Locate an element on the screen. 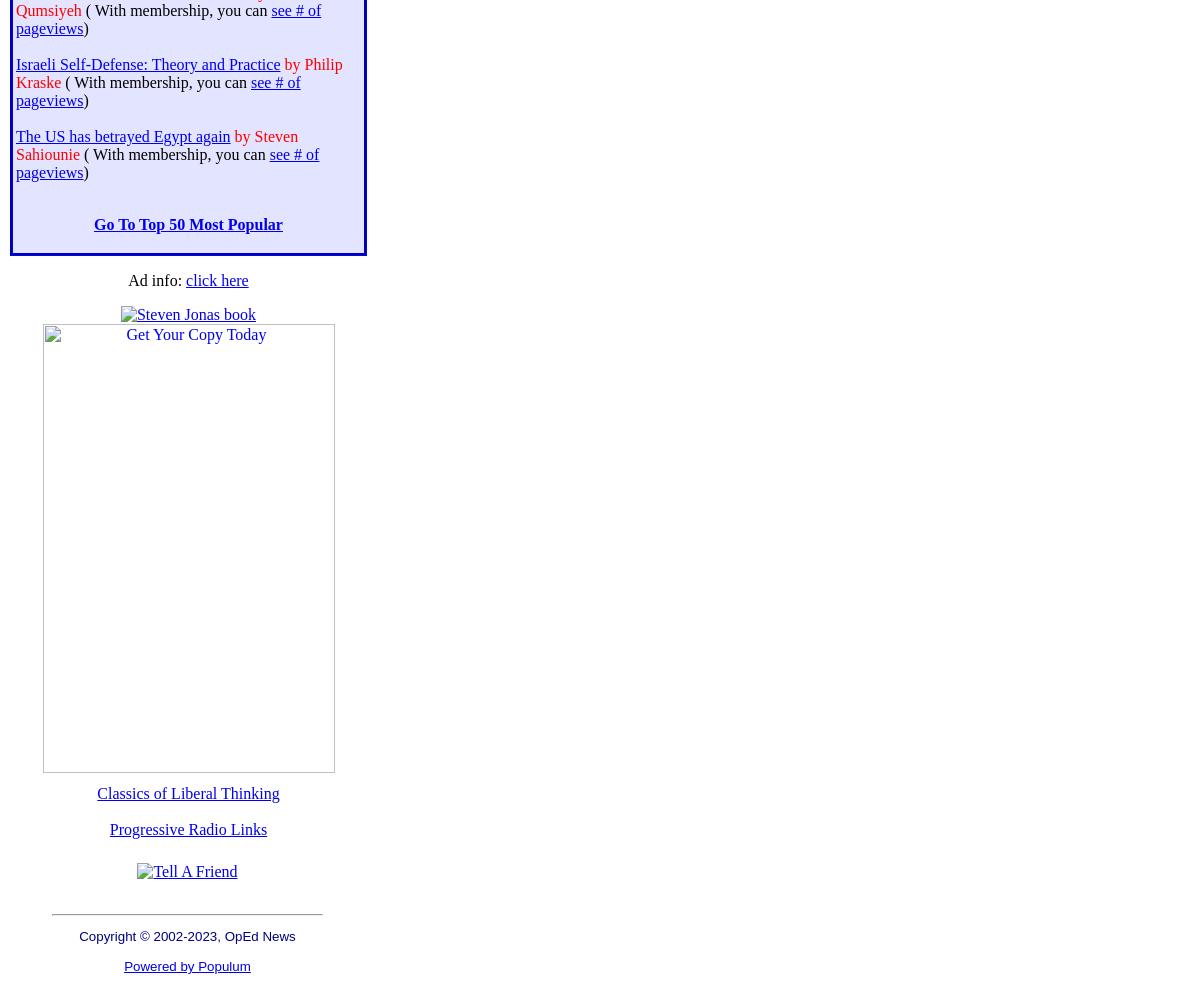  'Ad info:' is located at coordinates (155, 279).